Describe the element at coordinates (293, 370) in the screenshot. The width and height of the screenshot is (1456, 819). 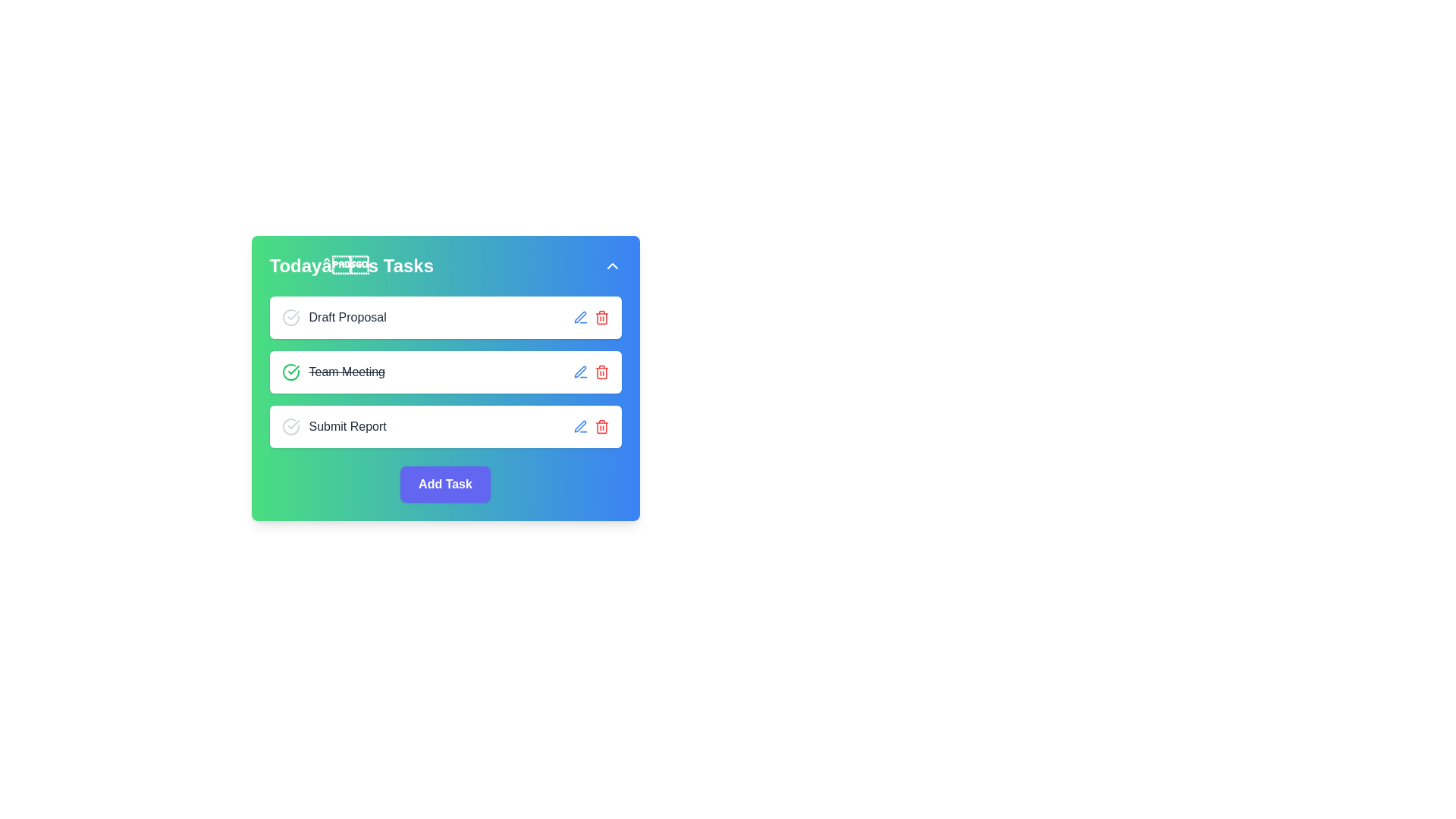
I see `the green checkmark icon styled in a circular badge located to the left of the text 'Team Meeting' in the second row of the task list` at that location.